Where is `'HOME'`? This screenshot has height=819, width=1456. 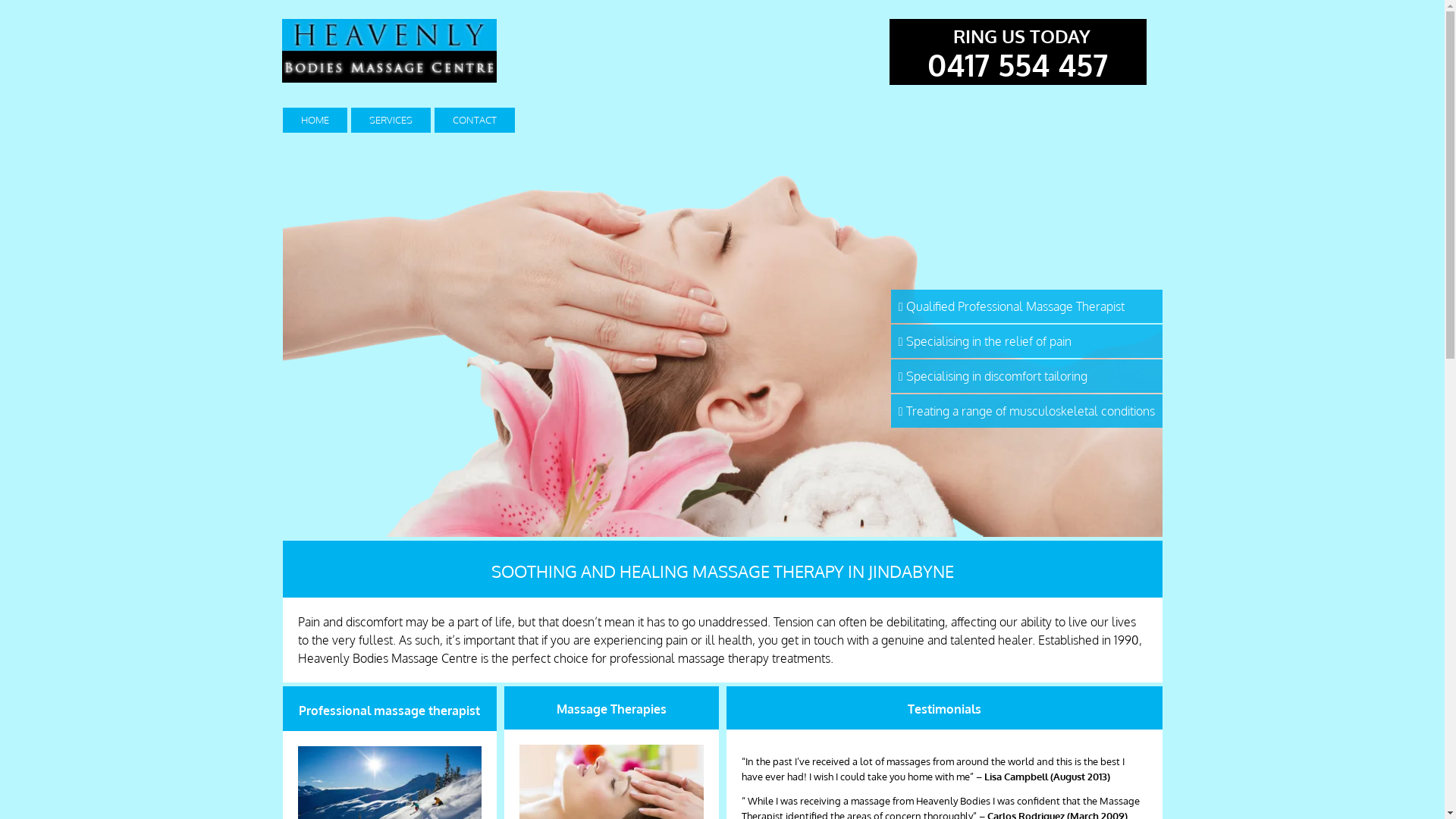 'HOME' is located at coordinates (300, 119).